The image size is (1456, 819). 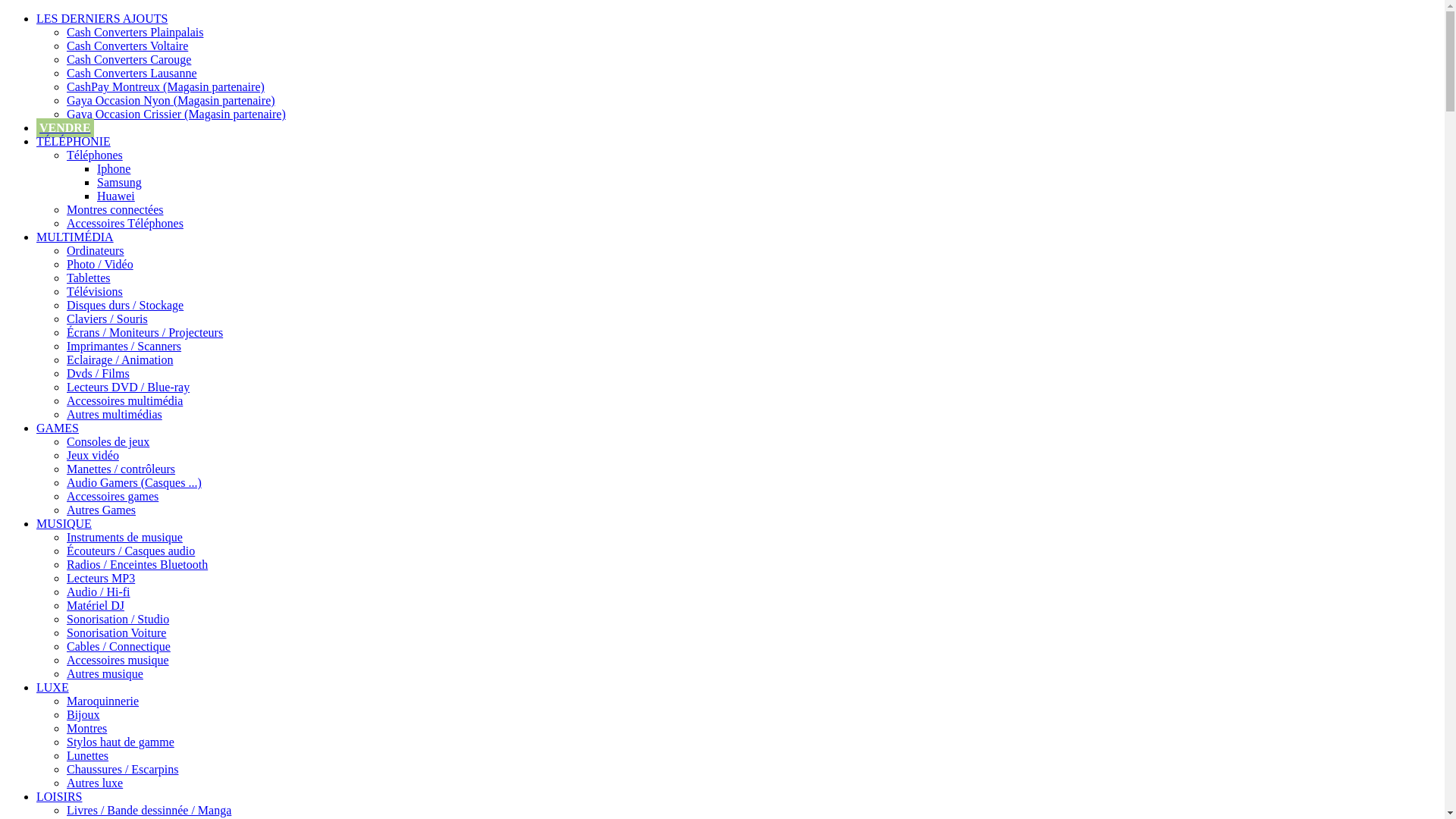 I want to click on 'Disques durs / Stockage', so click(x=124, y=305).